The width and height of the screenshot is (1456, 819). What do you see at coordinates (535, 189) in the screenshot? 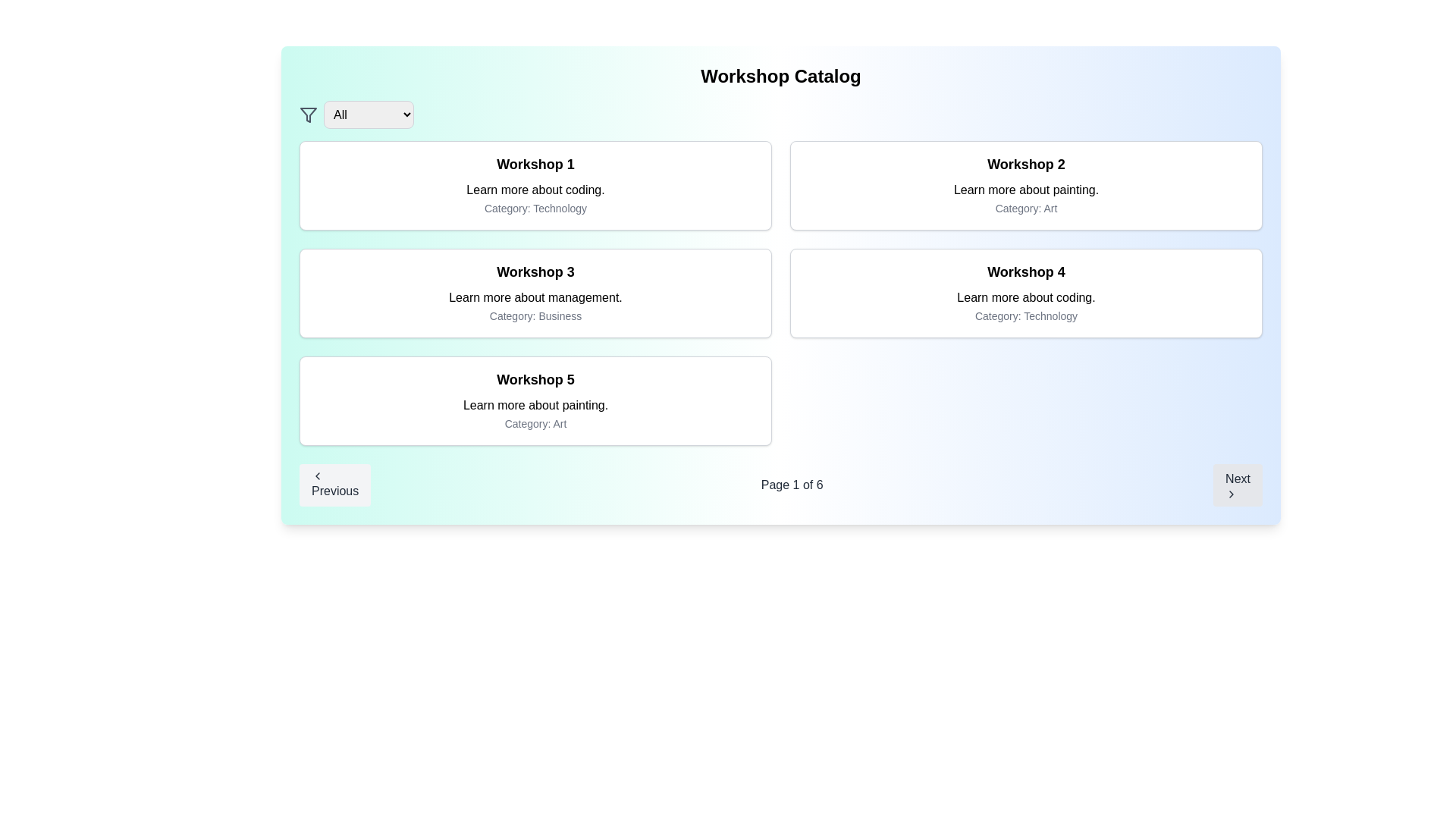
I see `the descriptive Text label that provides information about the workshop, located in the first card of the grid structure, between the 'Workshop 1' heading and the 'Category: Technology' label` at bounding box center [535, 189].